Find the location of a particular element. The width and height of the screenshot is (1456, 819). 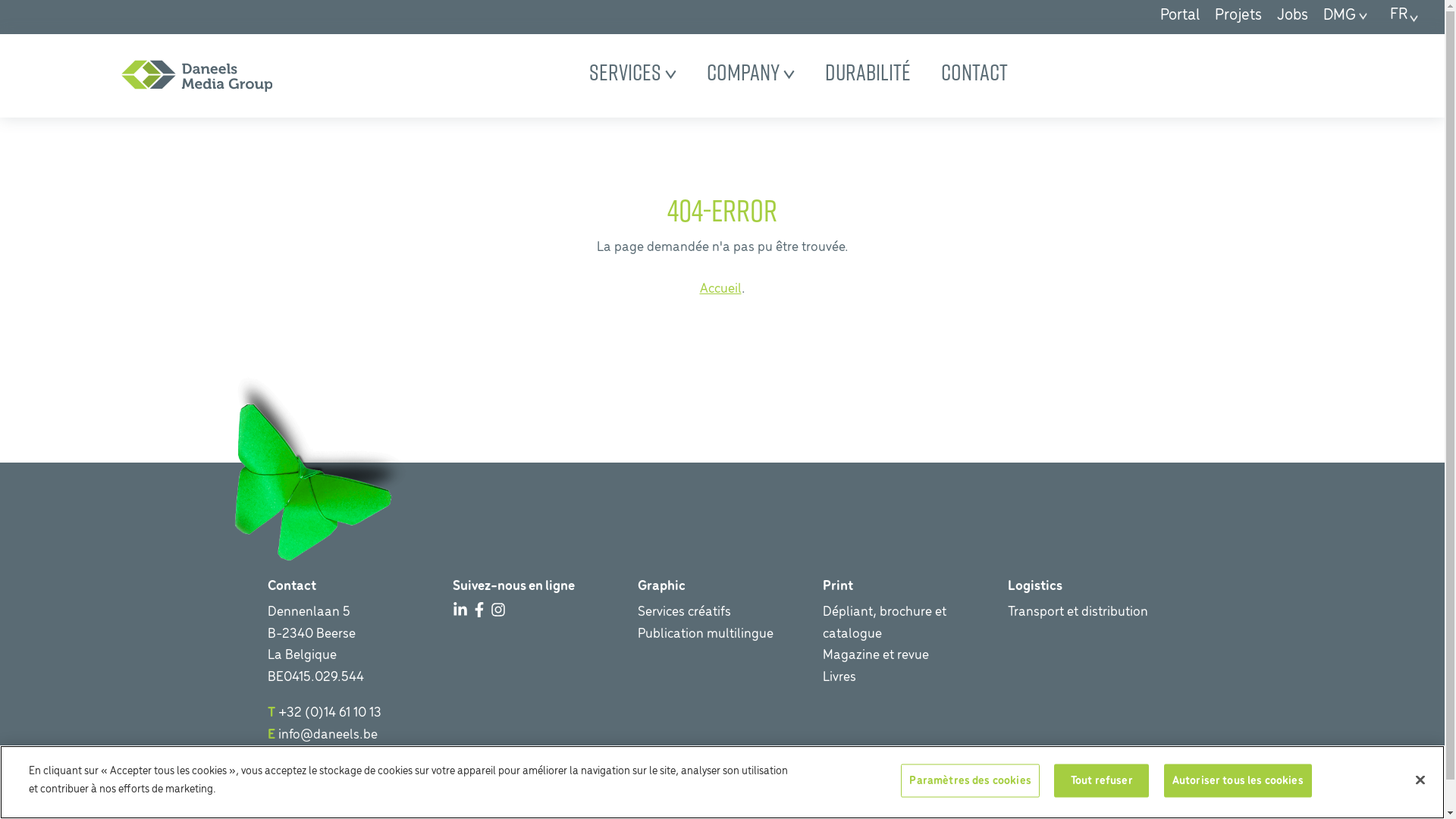

'info@daneels.be' is located at coordinates (326, 734).